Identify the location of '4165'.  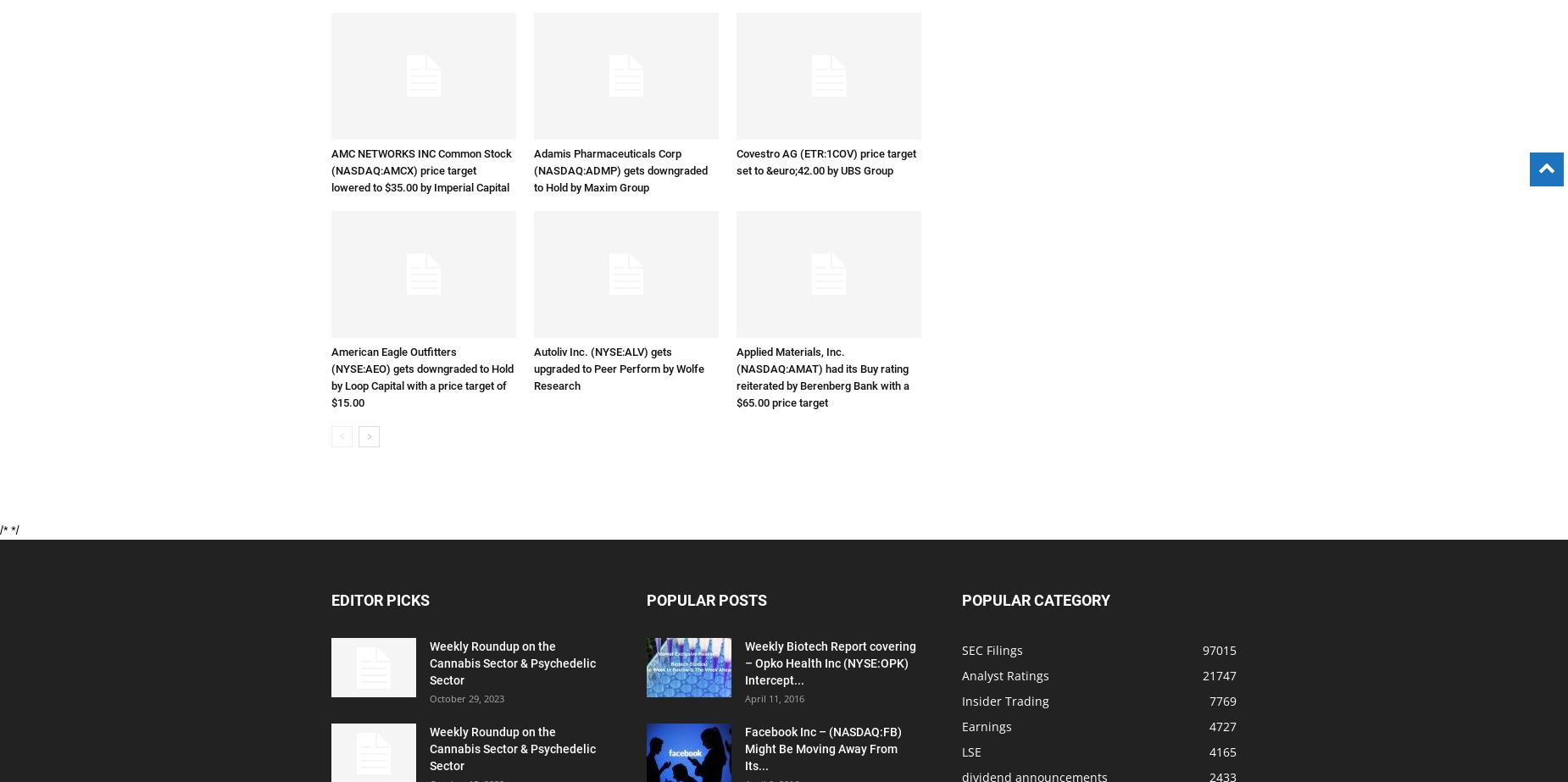
(1209, 751).